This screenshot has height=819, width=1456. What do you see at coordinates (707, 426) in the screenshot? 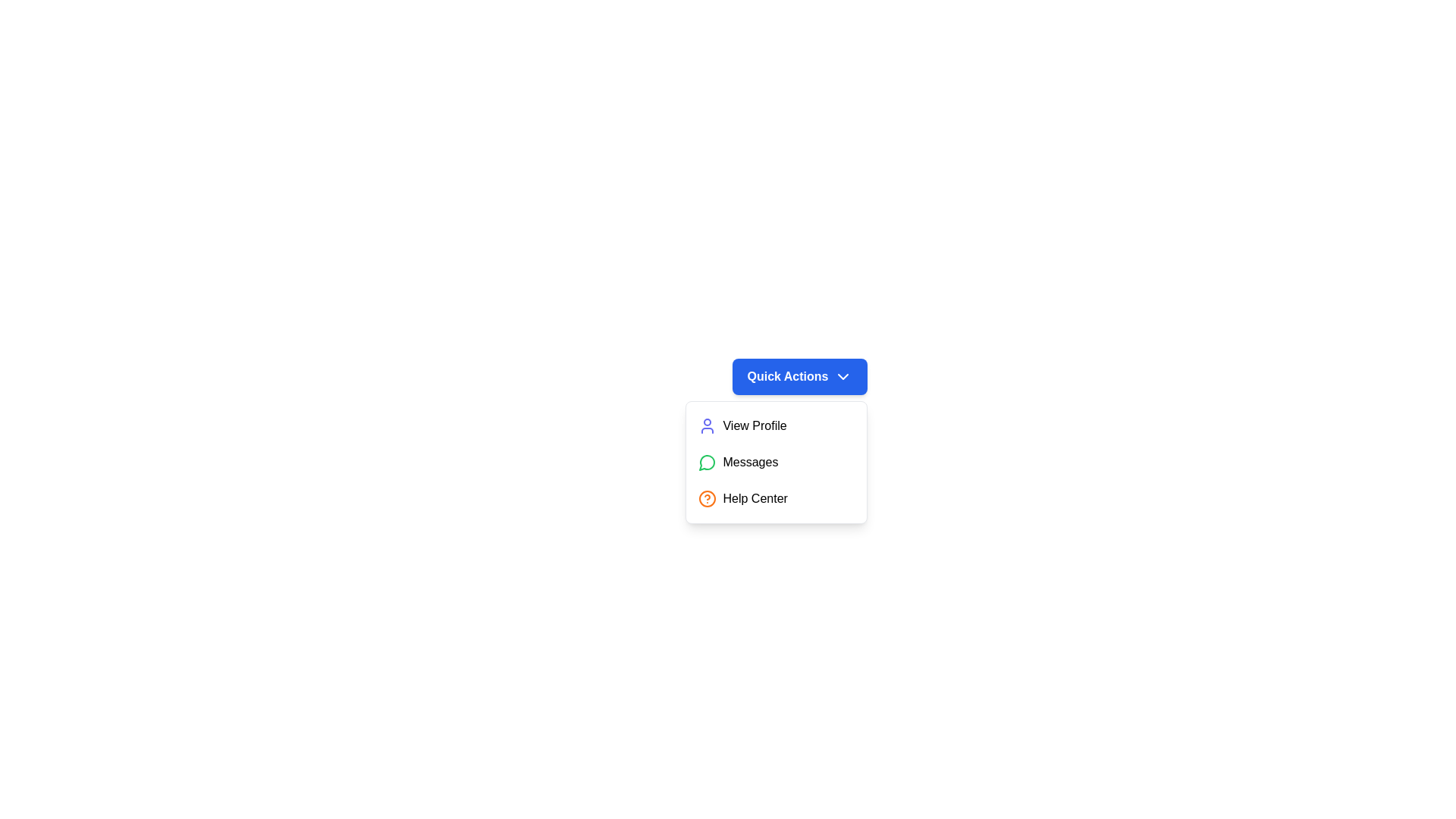
I see `the icon next to the dropdown item labeled 'View Profile'` at bounding box center [707, 426].